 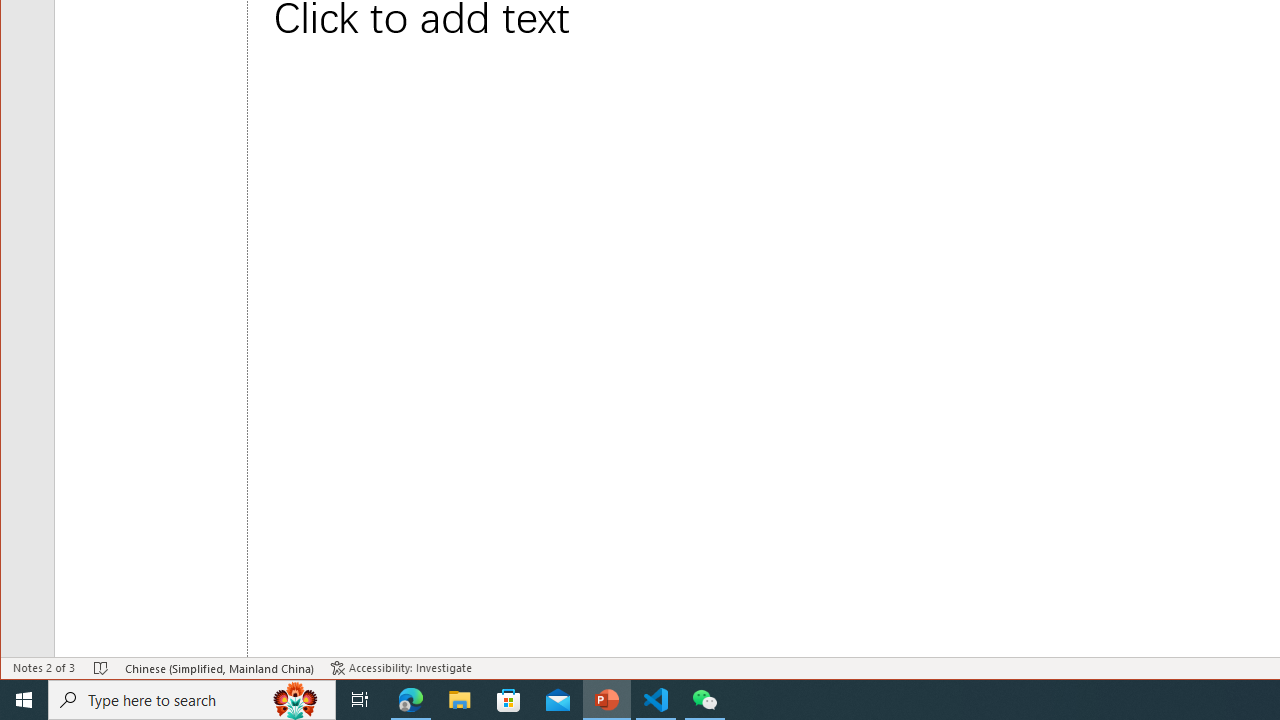 What do you see at coordinates (656, 698) in the screenshot?
I see `'Visual Studio Code - 1 running window'` at bounding box center [656, 698].